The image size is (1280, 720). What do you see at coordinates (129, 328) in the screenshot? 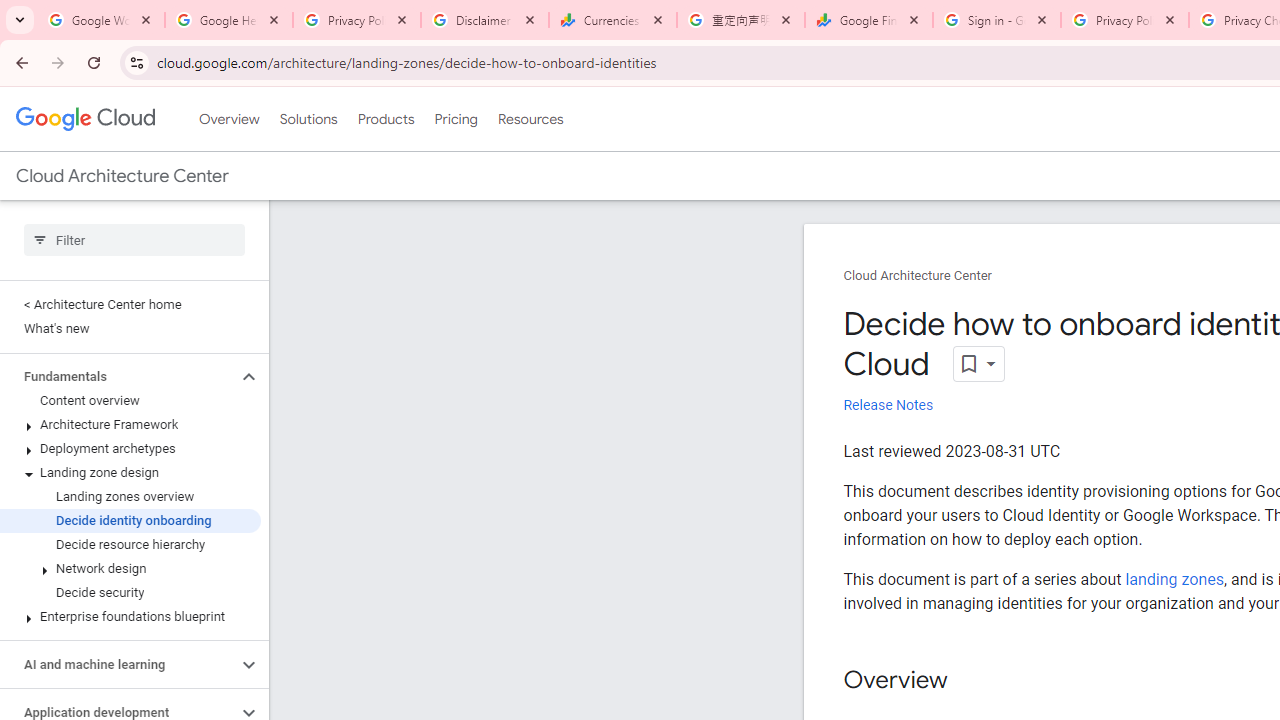
I see `'What'` at bounding box center [129, 328].